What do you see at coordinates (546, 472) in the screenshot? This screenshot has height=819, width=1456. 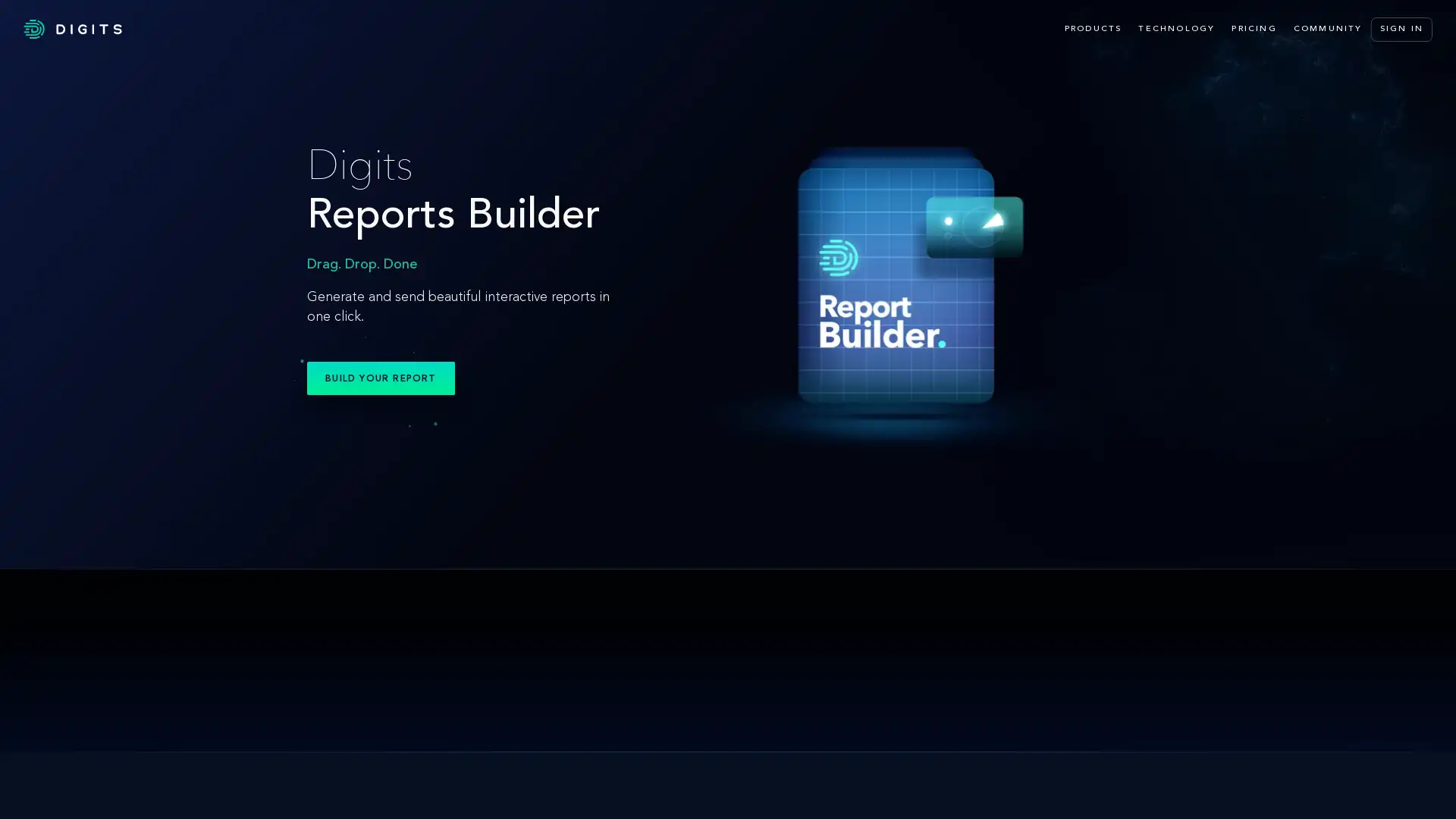 I see `Digits Reports` at bounding box center [546, 472].